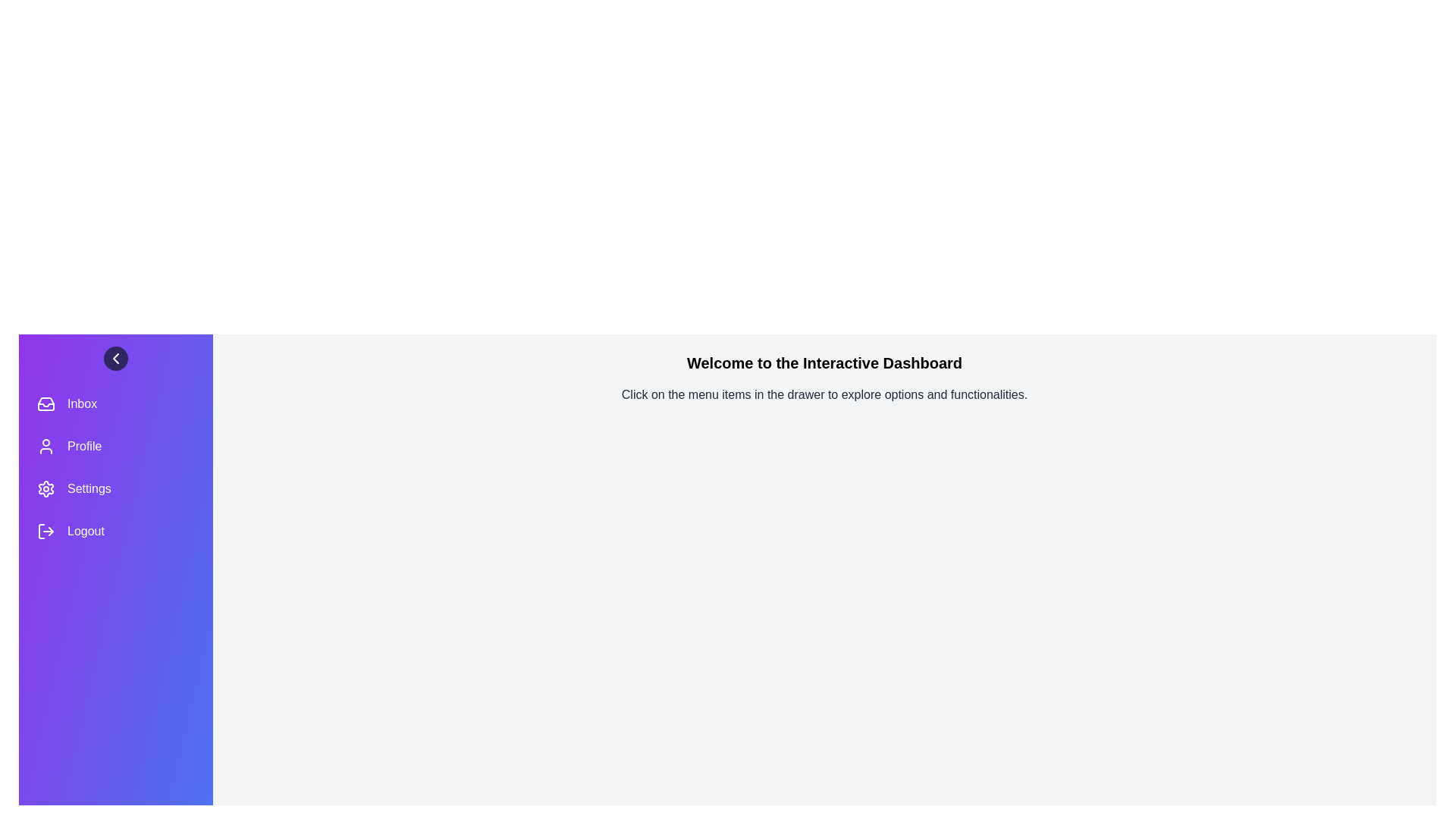  Describe the element at coordinates (115, 488) in the screenshot. I see `the menu item labeled Settings to observe its hover effect` at that location.